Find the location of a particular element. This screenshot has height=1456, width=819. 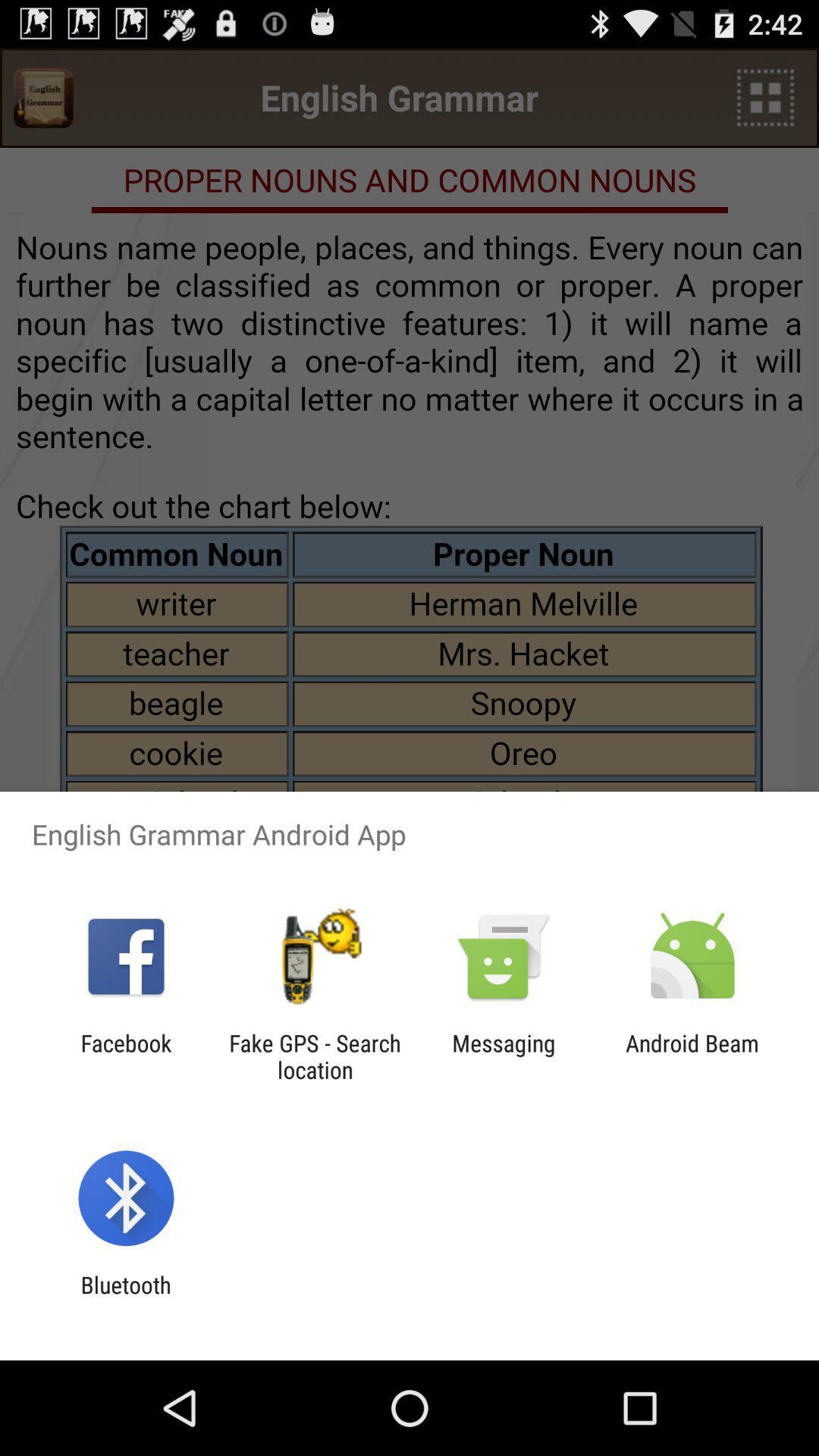

app to the right of fake gps search item is located at coordinates (504, 1056).